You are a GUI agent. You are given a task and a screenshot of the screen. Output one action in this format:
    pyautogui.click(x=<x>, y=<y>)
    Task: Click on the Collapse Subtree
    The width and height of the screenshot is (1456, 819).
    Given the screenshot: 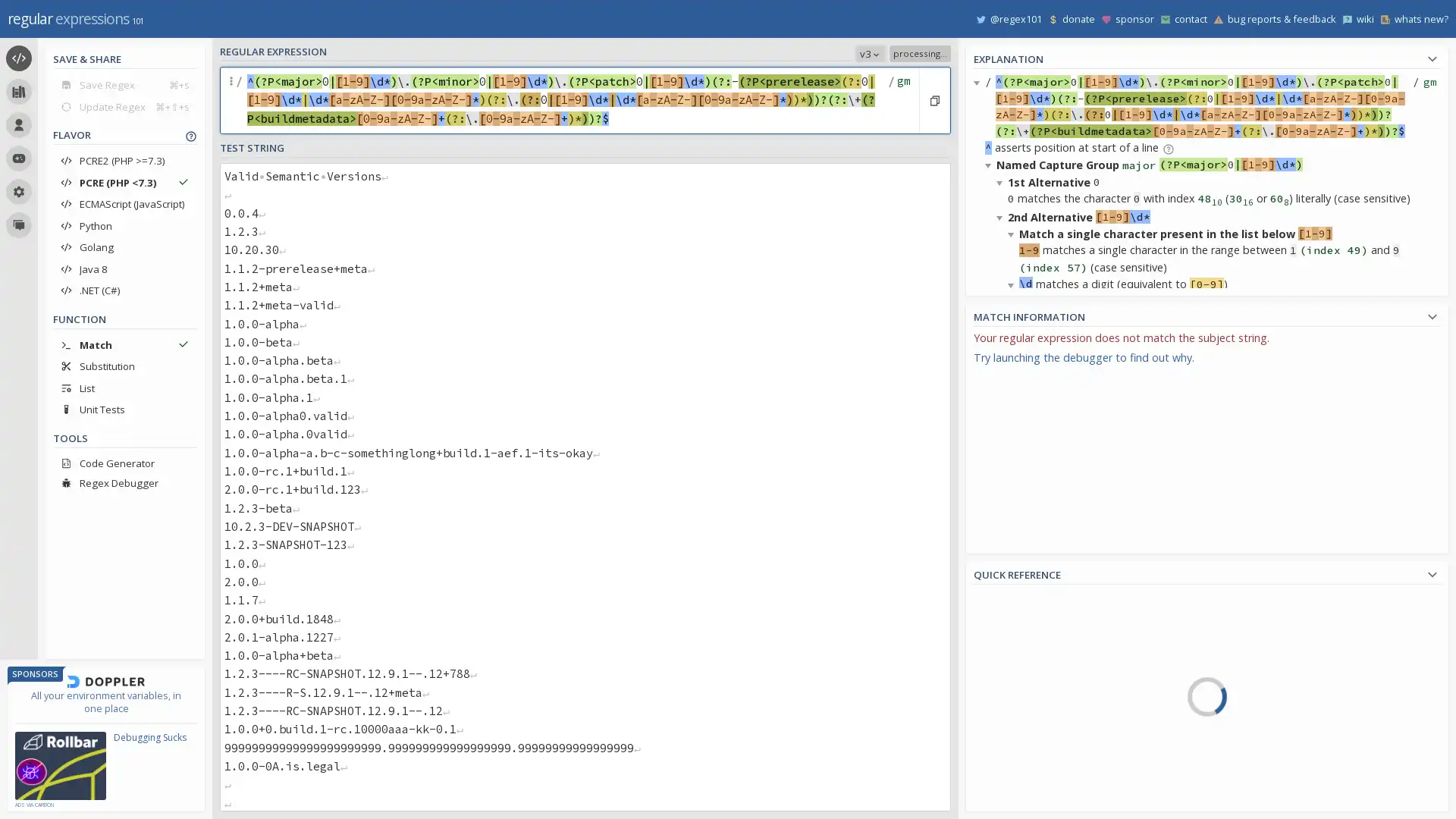 What is the action you would take?
    pyautogui.click(x=1002, y=560)
    